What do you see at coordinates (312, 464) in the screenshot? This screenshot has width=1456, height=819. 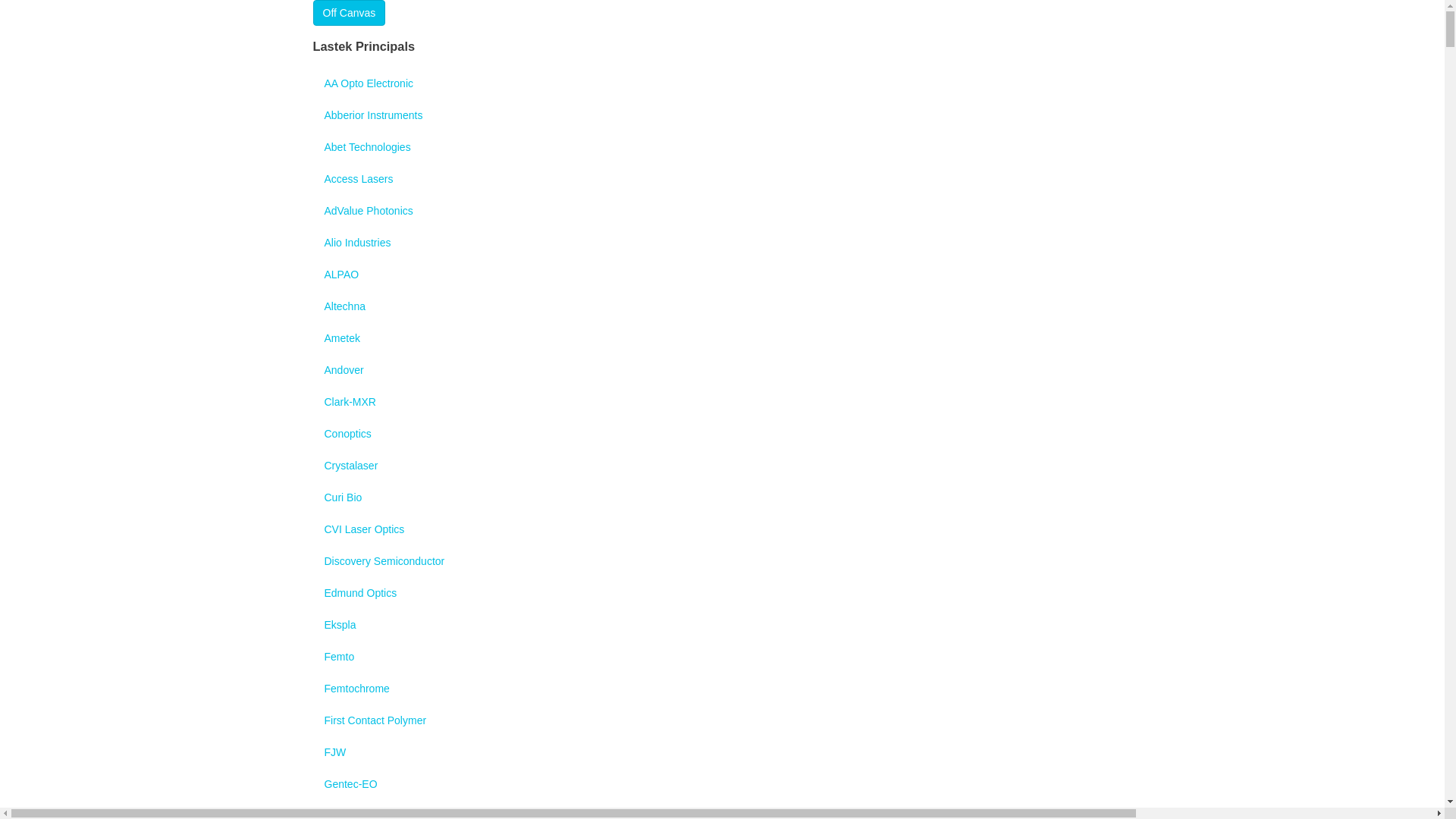 I see `'Crystalaser'` at bounding box center [312, 464].